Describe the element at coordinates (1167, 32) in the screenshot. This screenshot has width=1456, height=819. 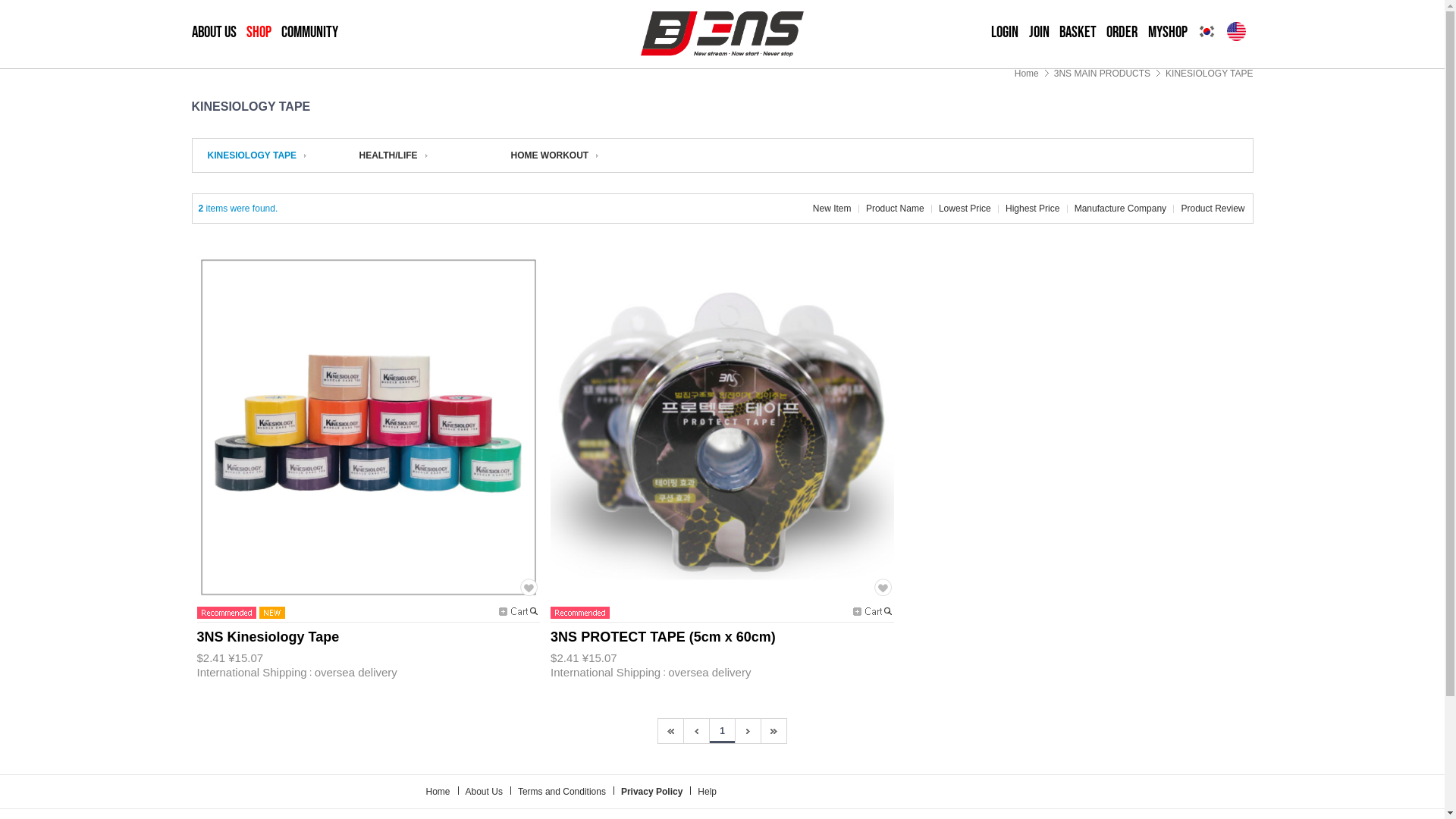
I see `'MyShop'` at that location.